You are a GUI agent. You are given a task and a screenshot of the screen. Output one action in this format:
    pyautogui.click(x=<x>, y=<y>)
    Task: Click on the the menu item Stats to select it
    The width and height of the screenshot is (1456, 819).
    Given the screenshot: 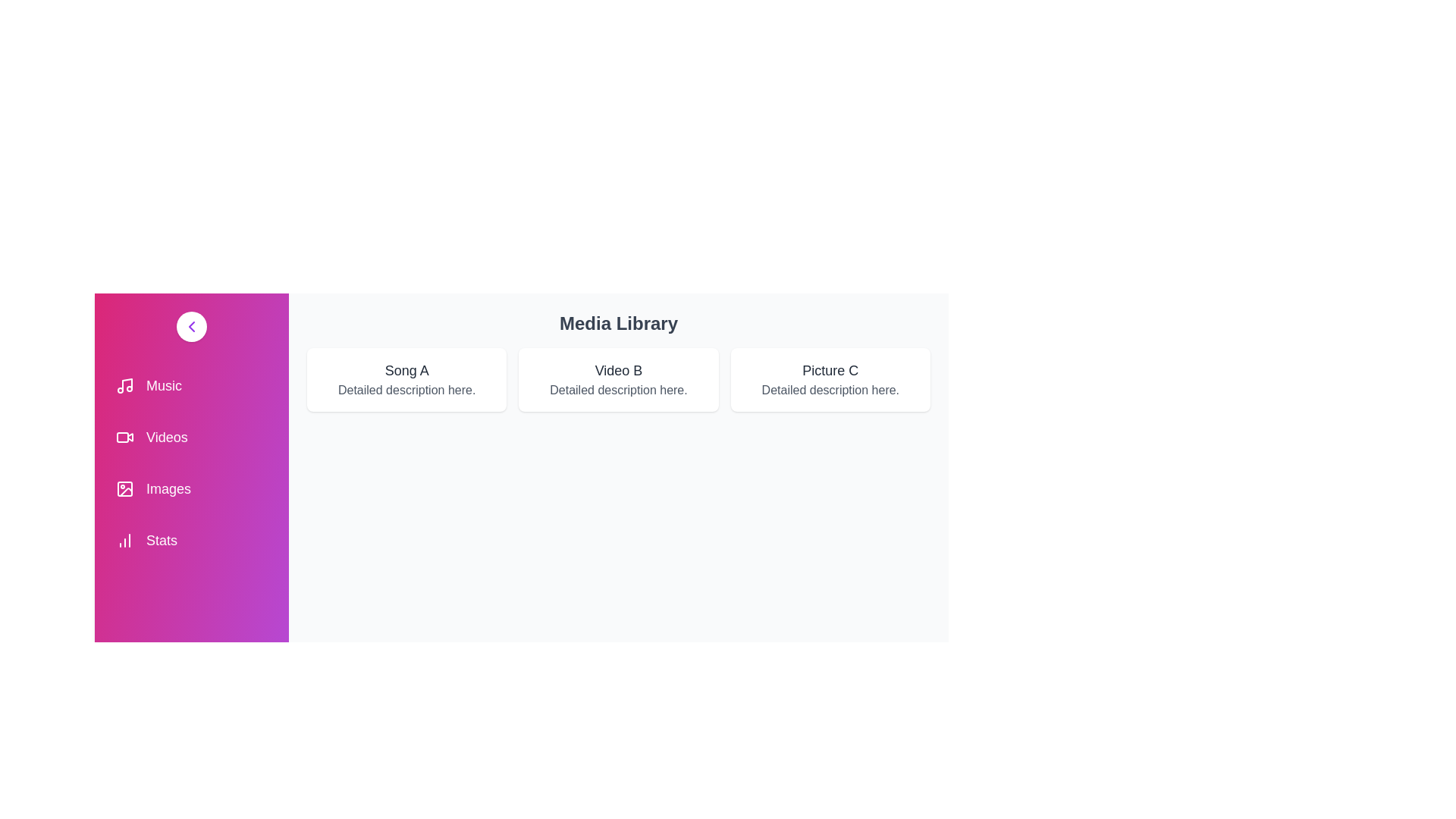 What is the action you would take?
    pyautogui.click(x=191, y=540)
    